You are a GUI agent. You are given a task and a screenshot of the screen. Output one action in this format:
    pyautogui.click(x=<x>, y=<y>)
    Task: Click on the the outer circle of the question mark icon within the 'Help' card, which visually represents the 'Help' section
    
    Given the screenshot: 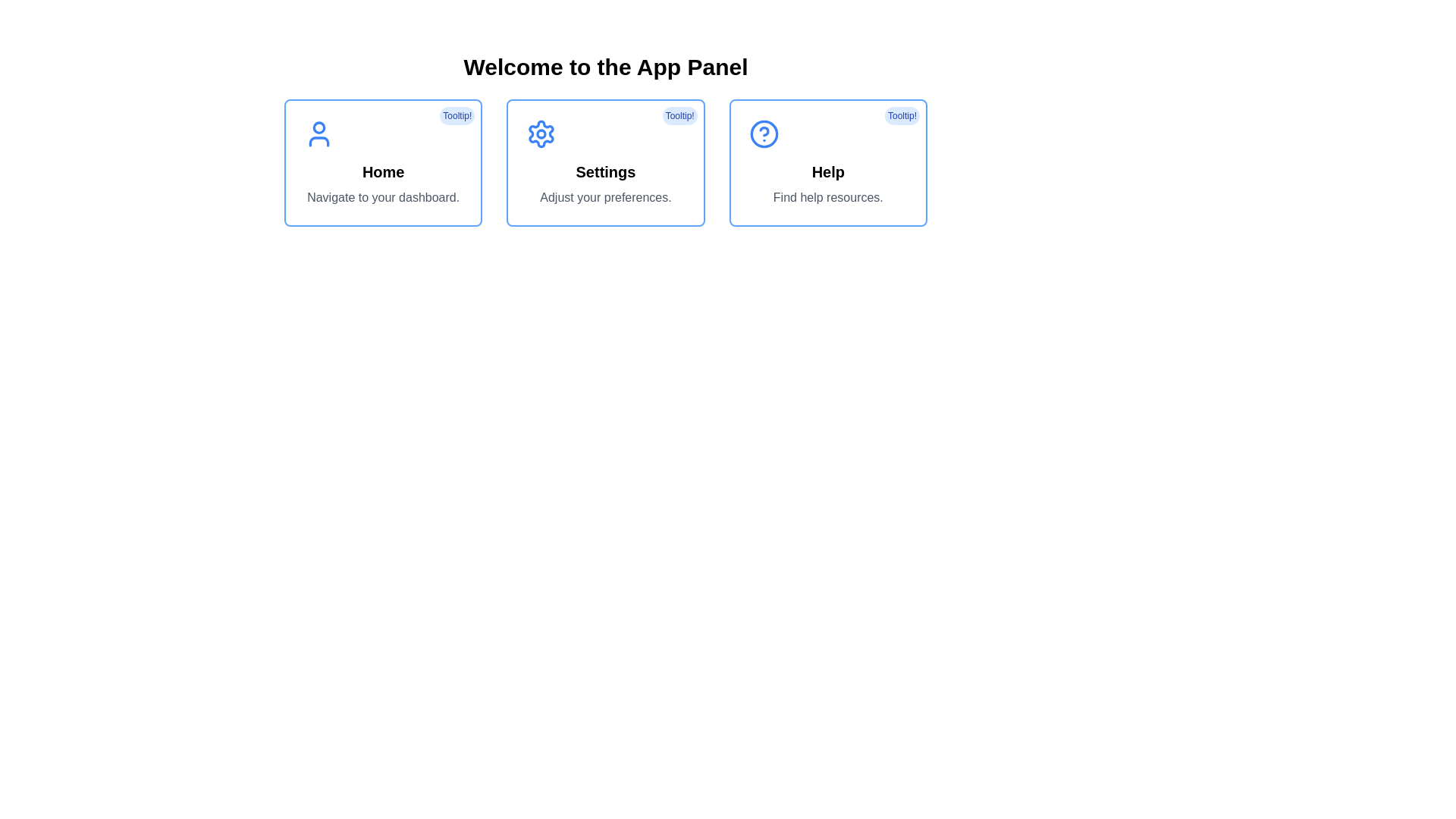 What is the action you would take?
    pyautogui.click(x=764, y=133)
    